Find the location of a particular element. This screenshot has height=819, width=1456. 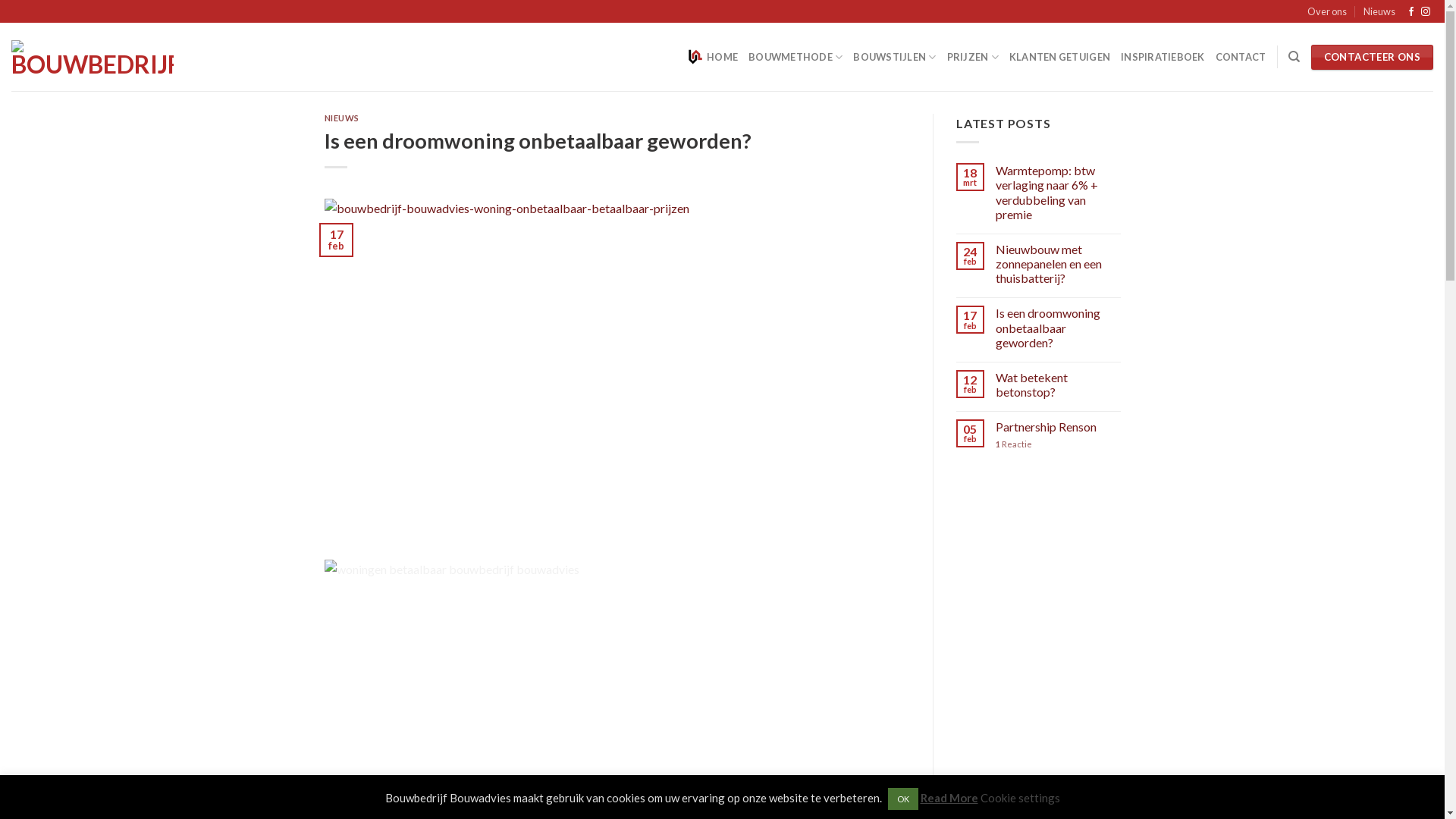

'Read More' is located at coordinates (920, 797).